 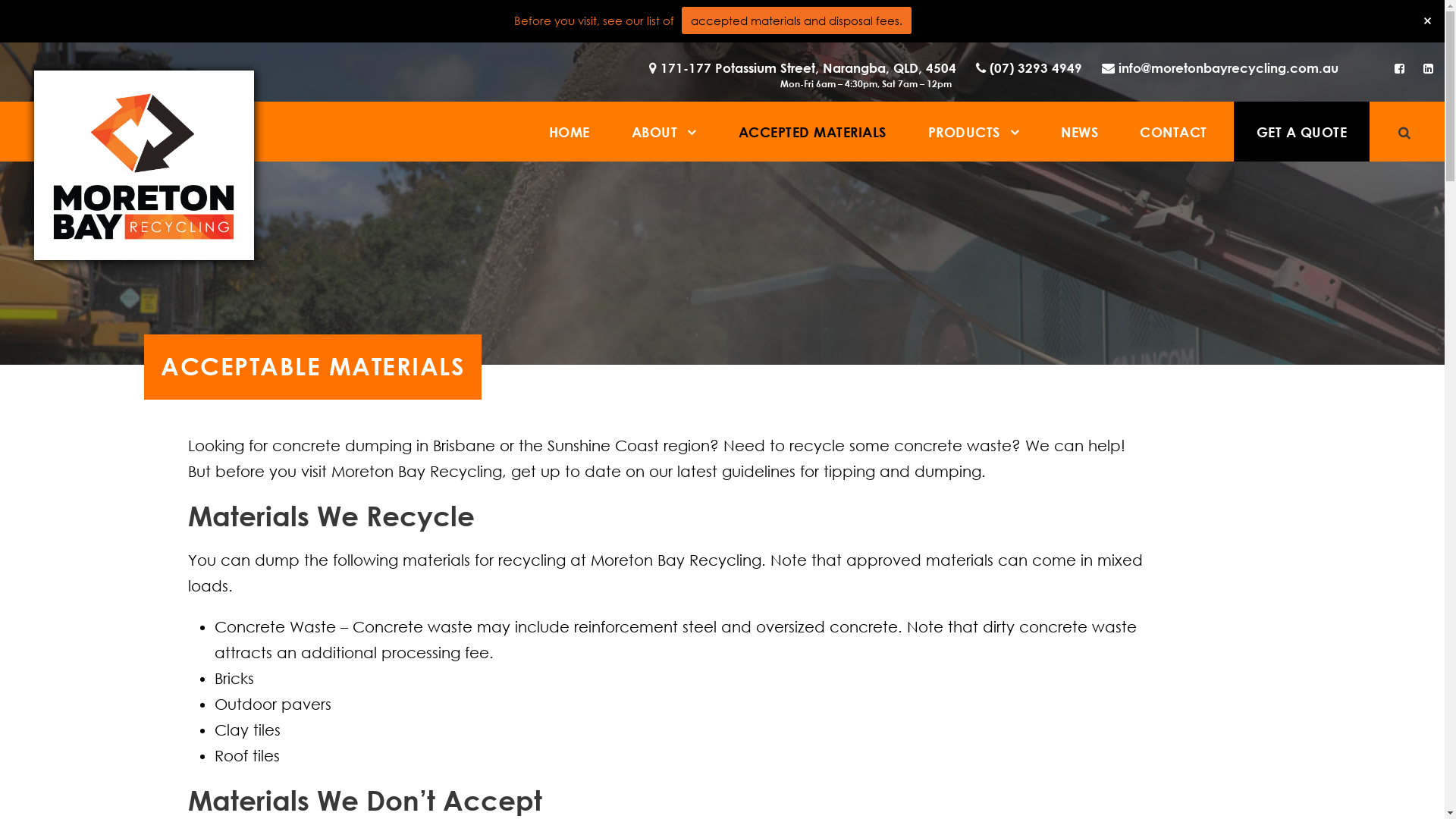 I want to click on 'CONTACT', so click(x=1172, y=130).